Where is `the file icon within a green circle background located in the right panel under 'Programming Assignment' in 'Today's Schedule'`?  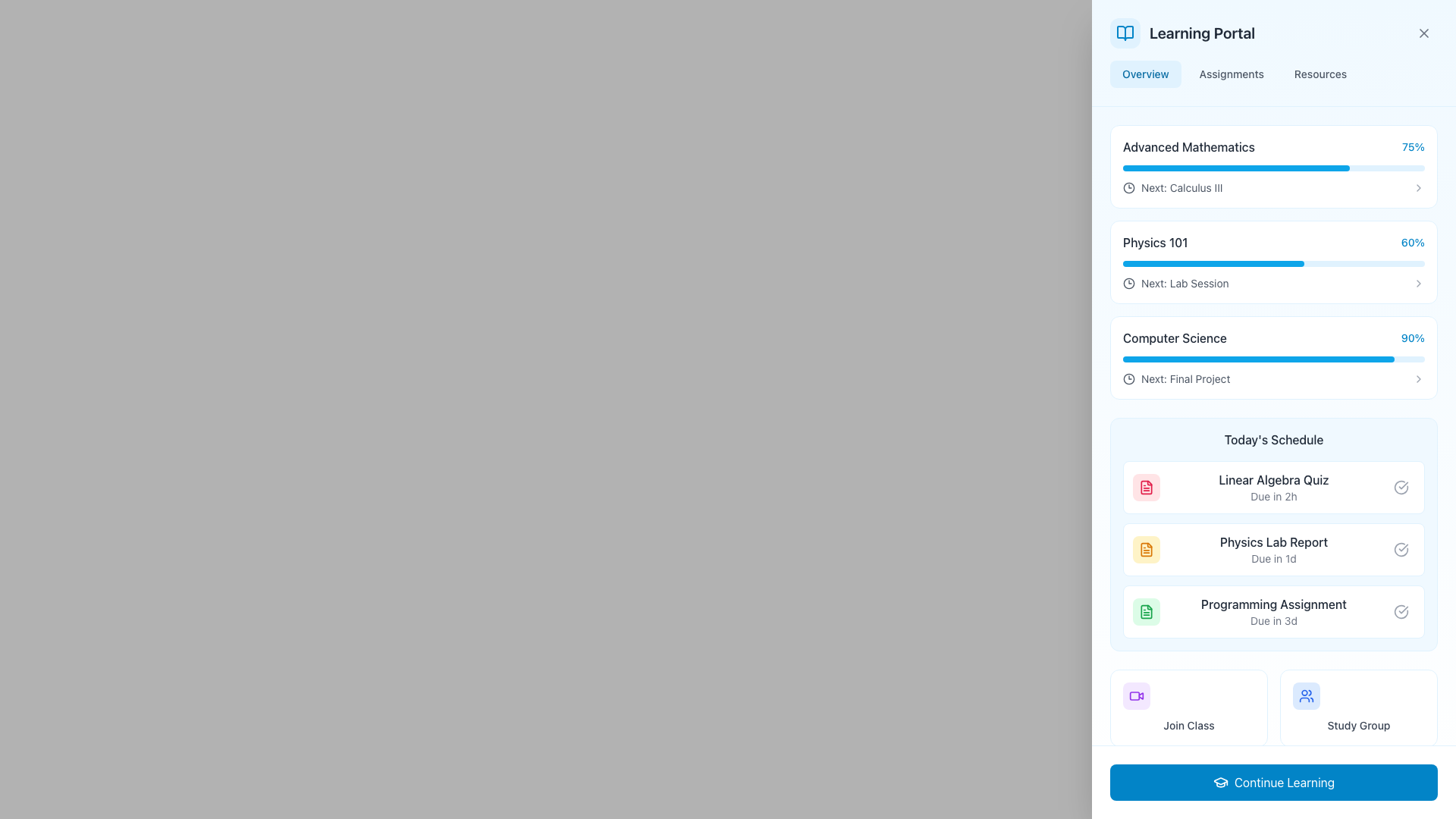
the file icon within a green circle background located in the right panel under 'Programming Assignment' in 'Today's Schedule' is located at coordinates (1147, 610).